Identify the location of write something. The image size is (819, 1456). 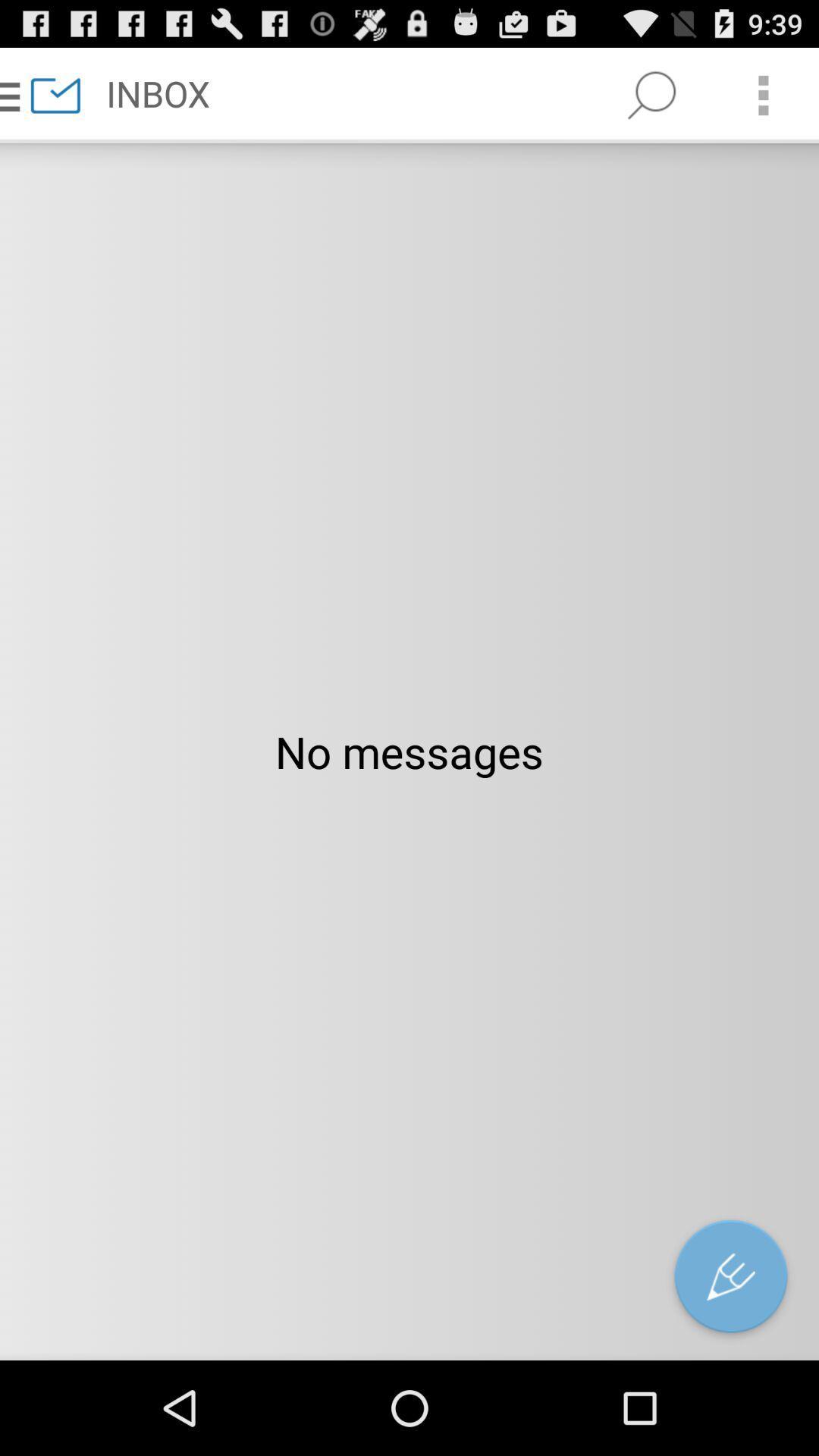
(730, 1279).